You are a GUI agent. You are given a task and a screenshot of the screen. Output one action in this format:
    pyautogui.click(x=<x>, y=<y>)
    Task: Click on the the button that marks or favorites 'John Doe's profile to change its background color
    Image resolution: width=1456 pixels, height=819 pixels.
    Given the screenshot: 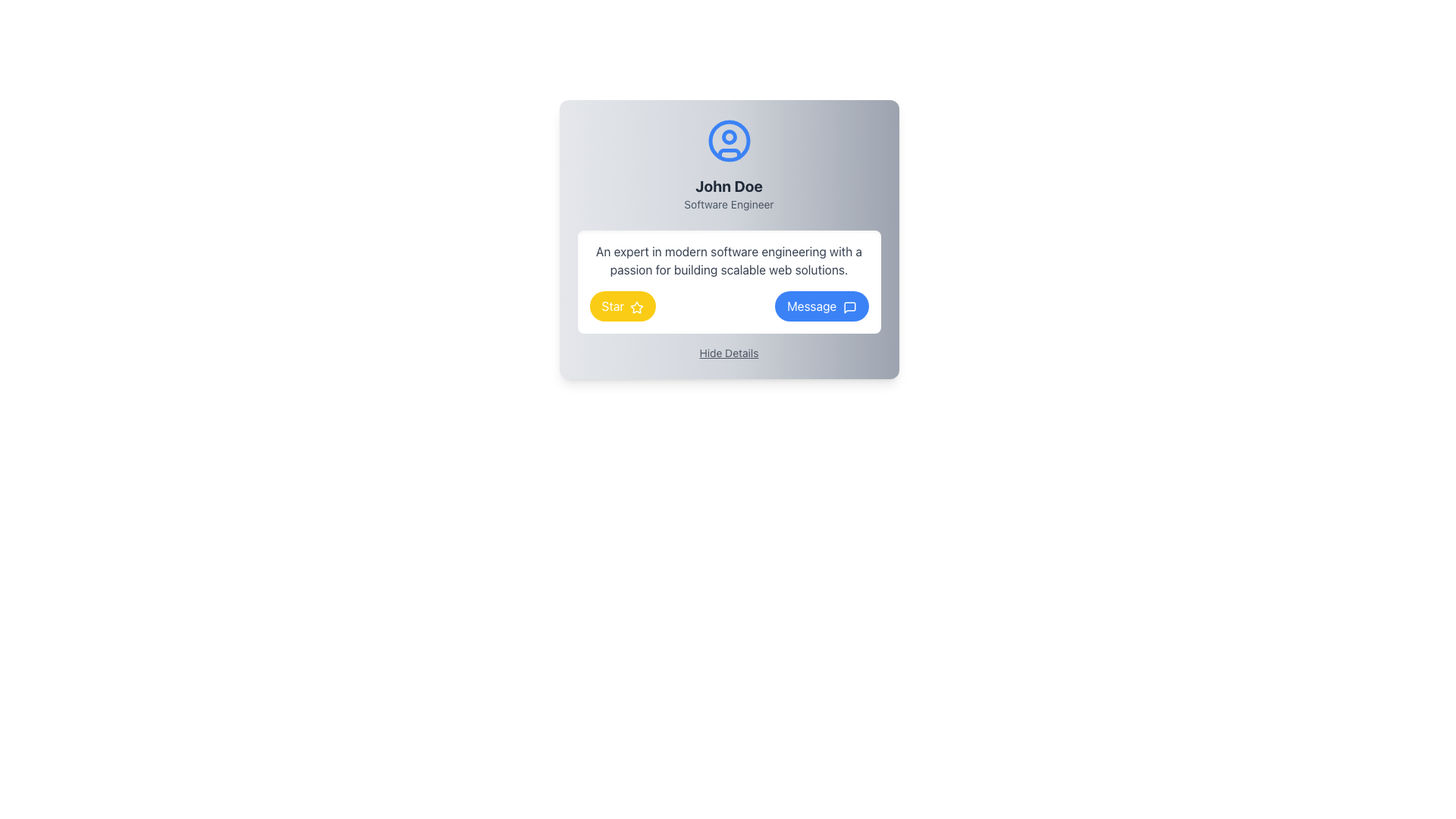 What is the action you would take?
    pyautogui.click(x=623, y=306)
    